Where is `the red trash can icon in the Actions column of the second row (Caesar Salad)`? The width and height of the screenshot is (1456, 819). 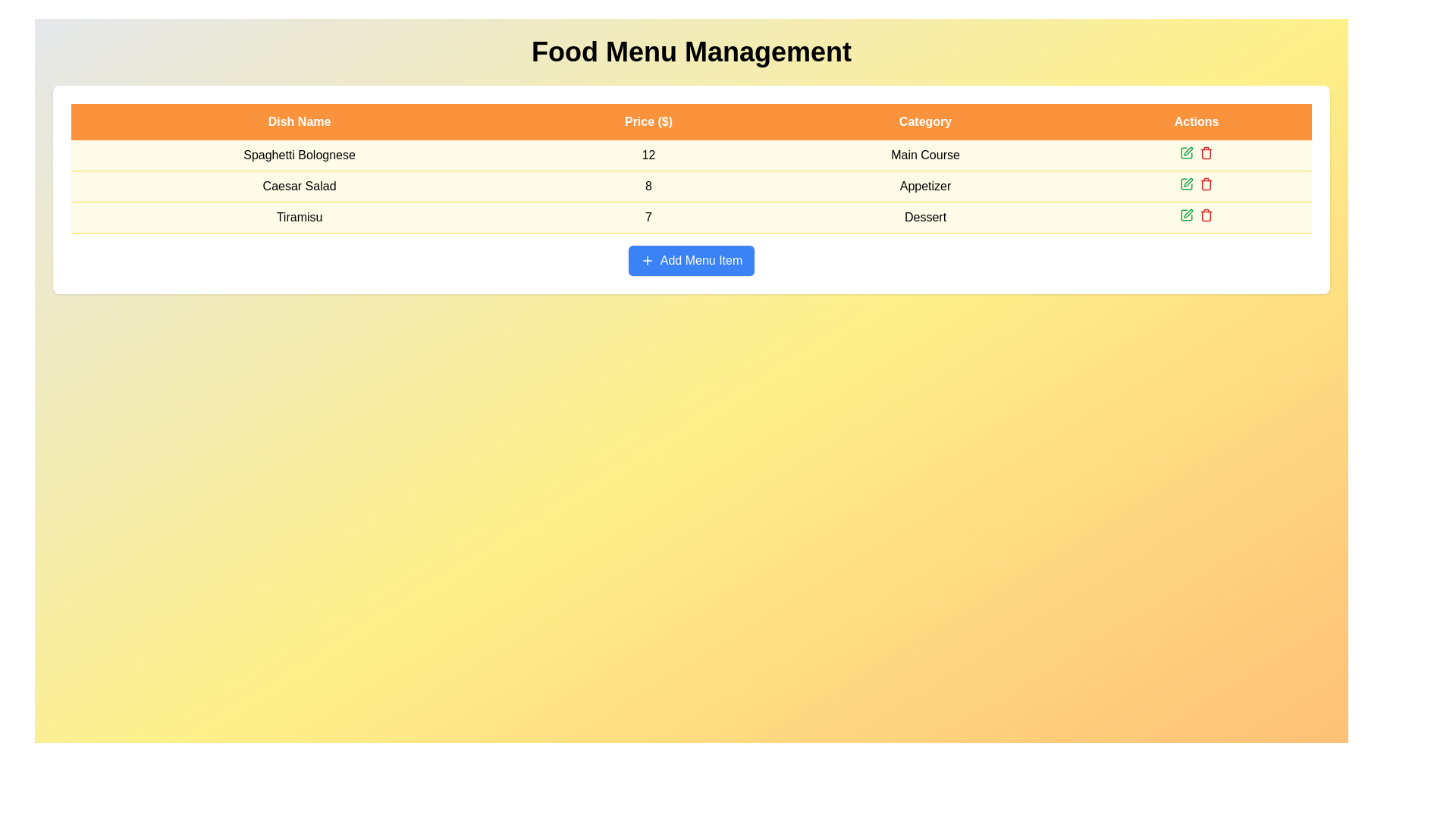 the red trash can icon in the Actions column of the second row (Caesar Salad) is located at coordinates (1206, 184).